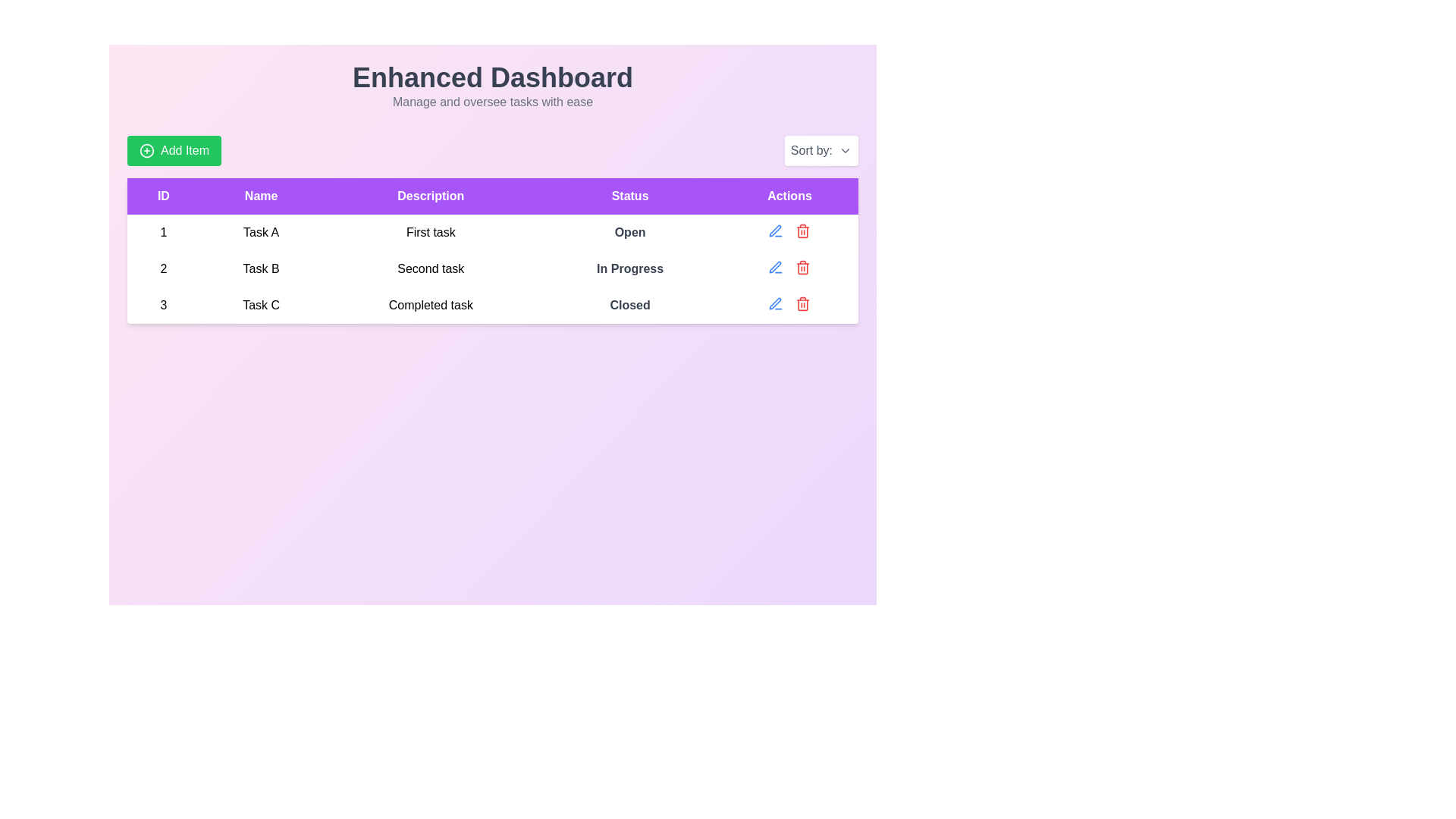  Describe the element at coordinates (430, 233) in the screenshot. I see `the static text label in the third column of the first row of the table under the 'Description' header` at that location.